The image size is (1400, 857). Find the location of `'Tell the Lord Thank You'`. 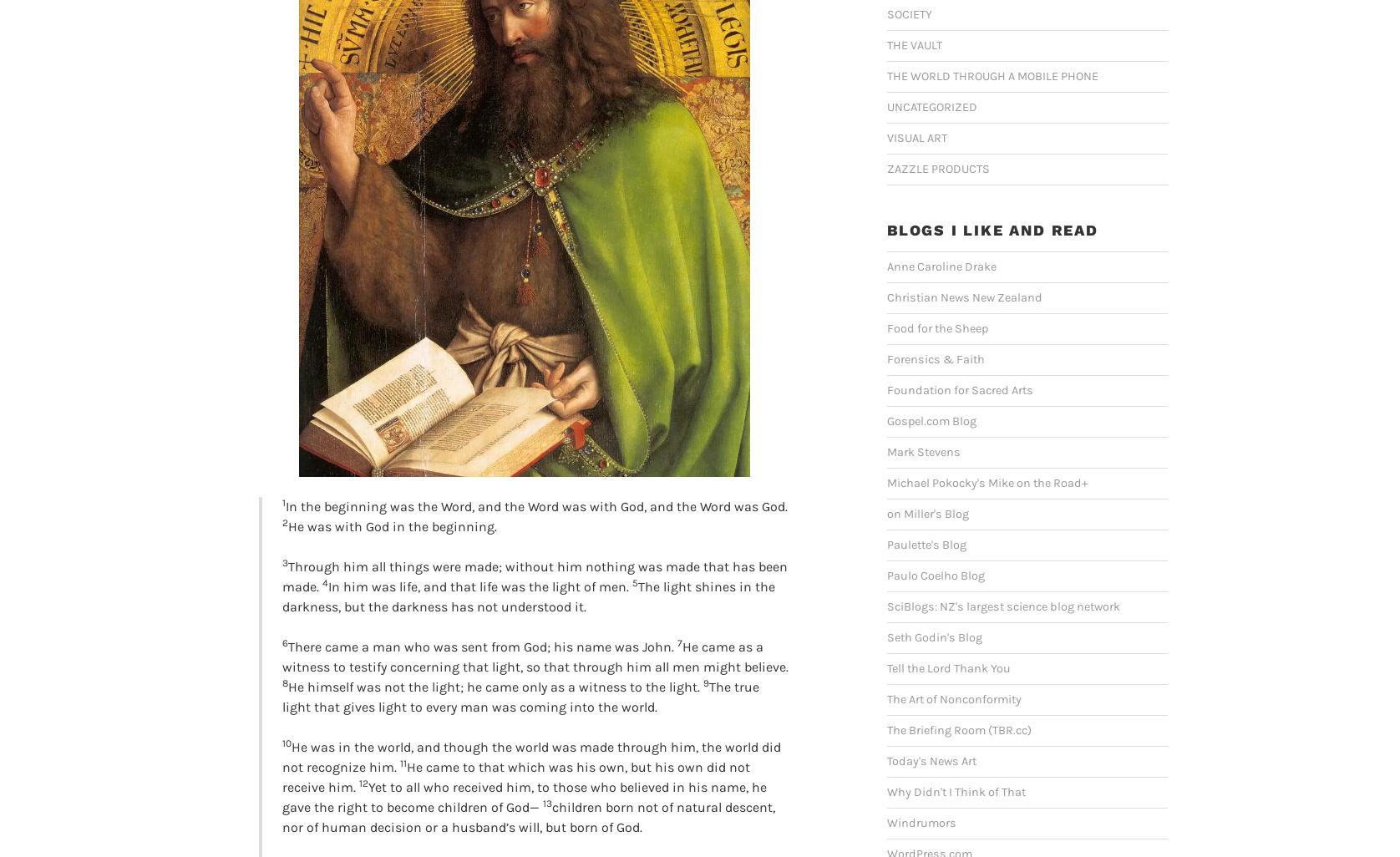

'Tell the Lord Thank You' is located at coordinates (947, 667).